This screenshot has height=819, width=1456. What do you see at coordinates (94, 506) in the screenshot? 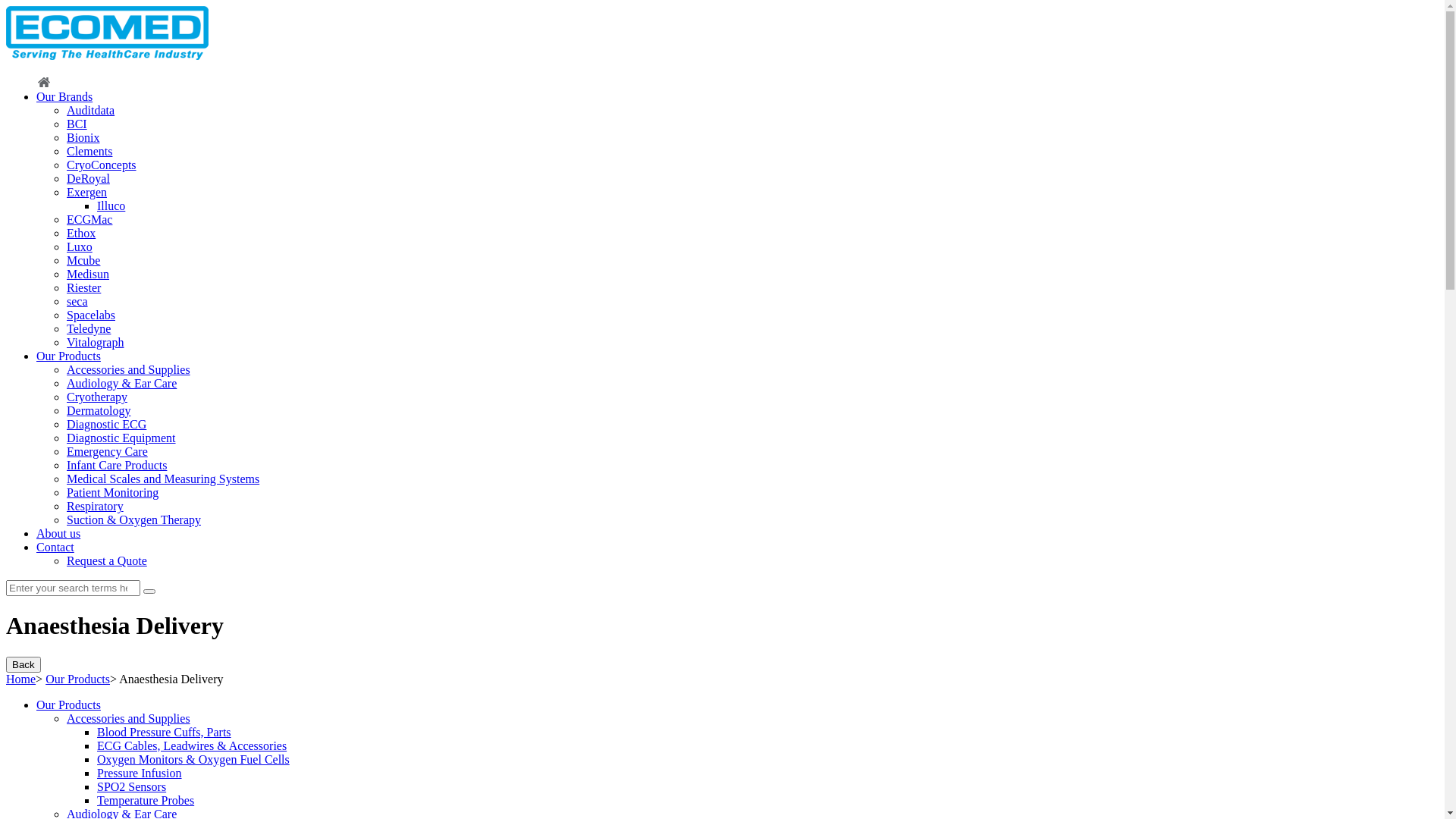
I see `'Respiratory'` at bounding box center [94, 506].